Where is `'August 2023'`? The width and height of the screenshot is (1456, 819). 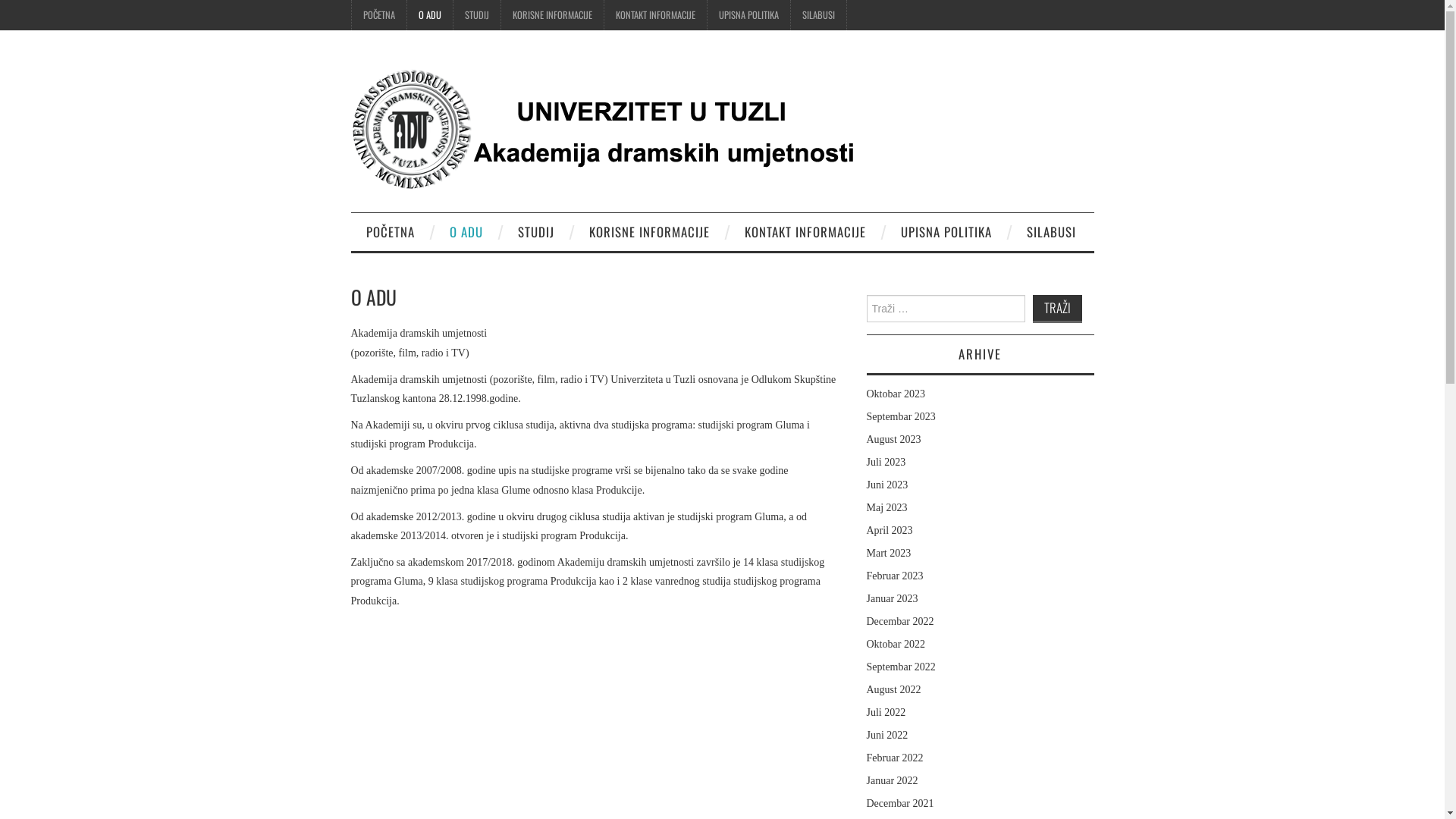
'August 2023' is located at coordinates (893, 439).